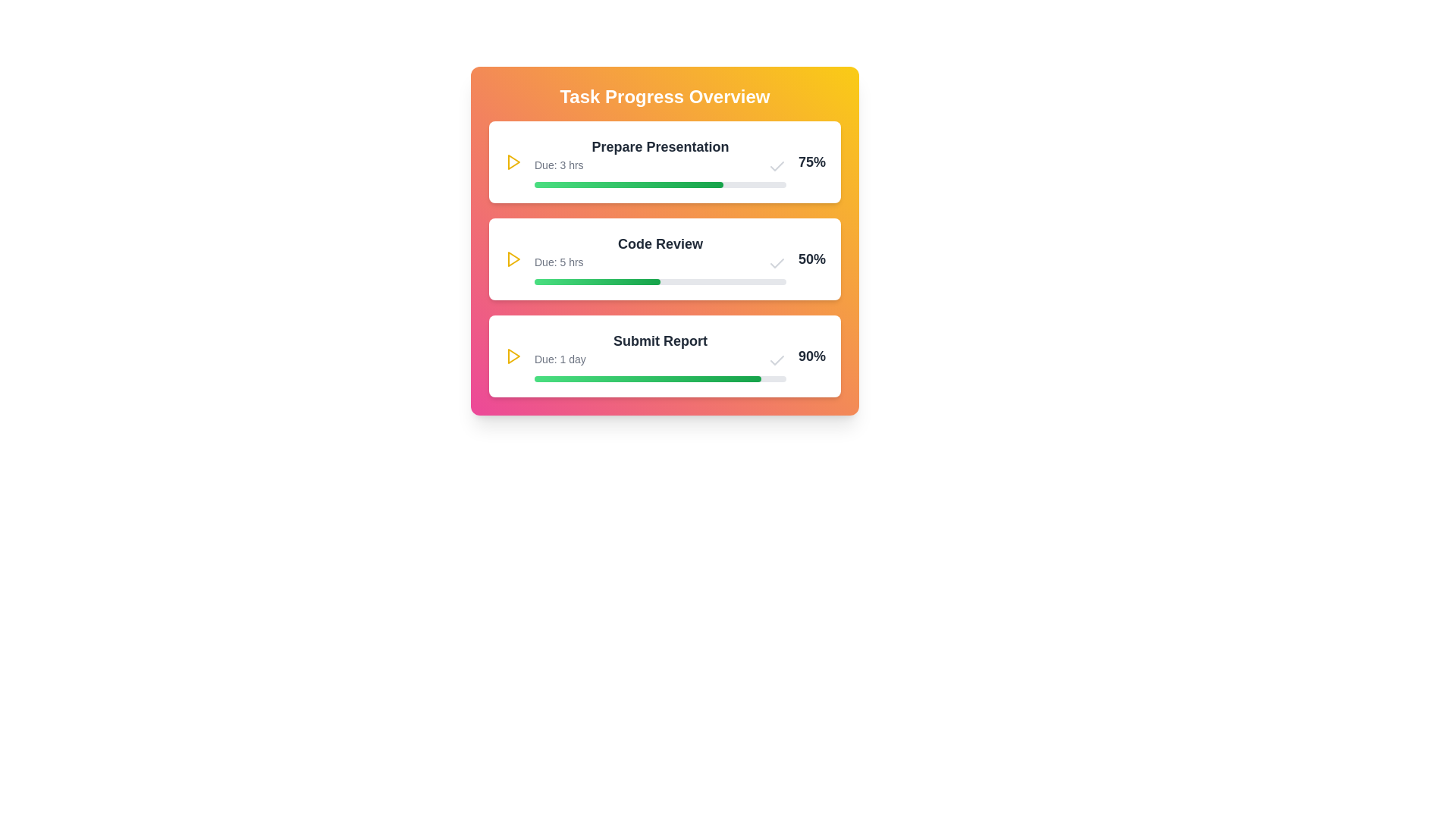 The width and height of the screenshot is (1456, 819). I want to click on the green-shaded progress bar located in the second task card labeled 'Code Review', positioned below the text 'Due: 5 hrs', so click(596, 281).